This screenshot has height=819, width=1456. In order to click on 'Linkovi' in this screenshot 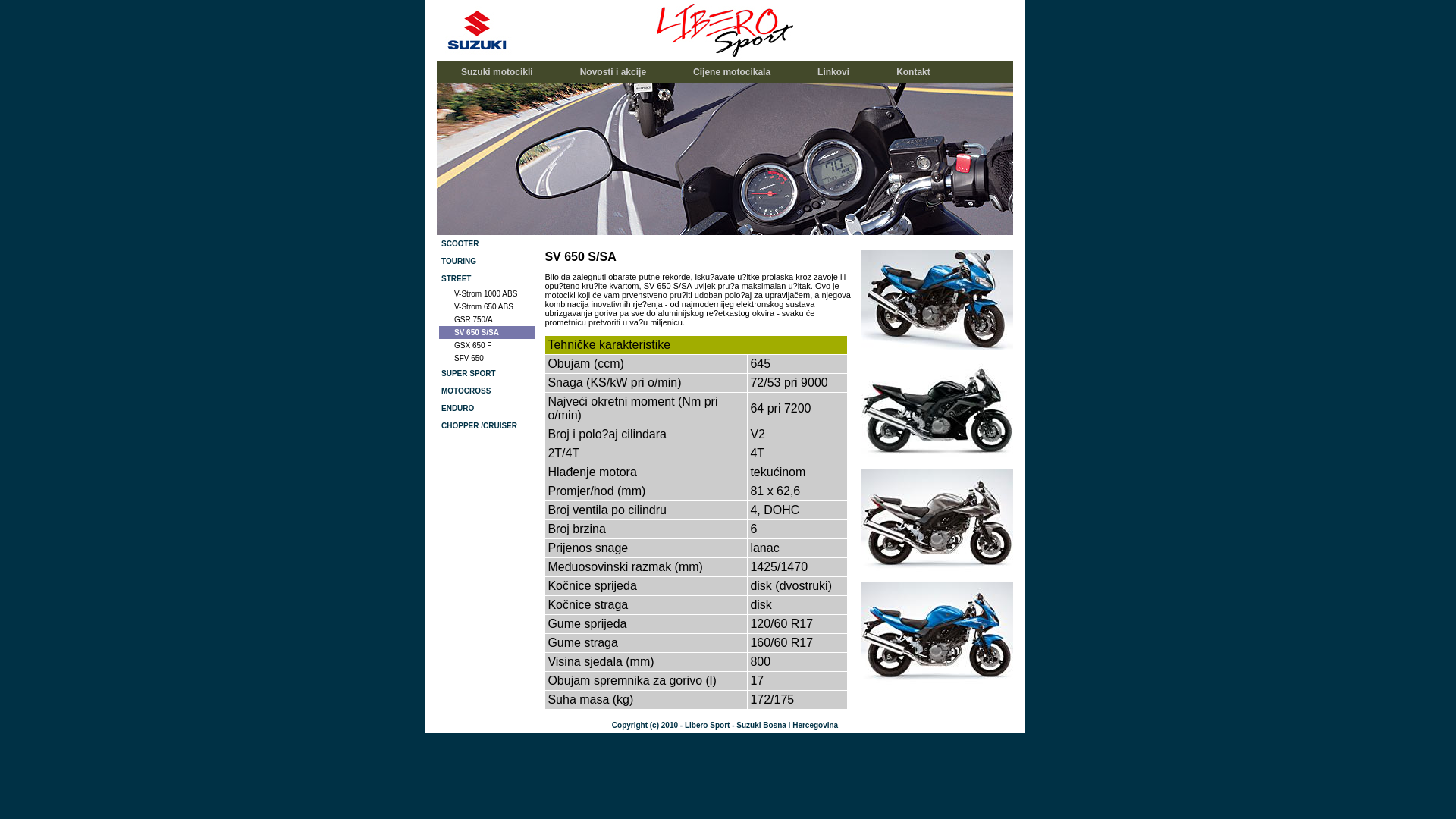, I will do `click(833, 72)`.